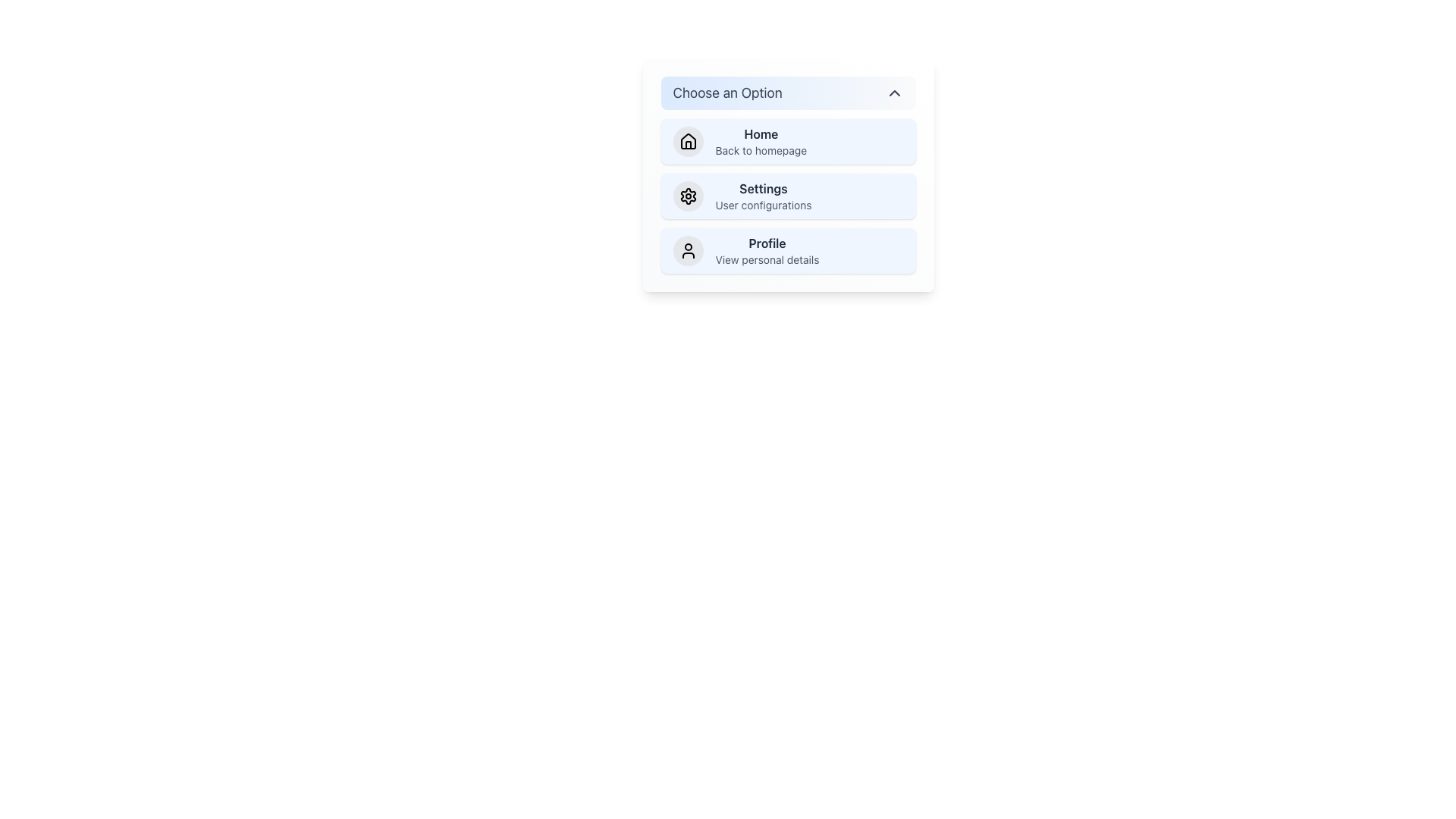 Image resolution: width=1456 pixels, height=819 pixels. I want to click on the user profile vector icon, which is the third icon in a vertical menu, so click(687, 250).